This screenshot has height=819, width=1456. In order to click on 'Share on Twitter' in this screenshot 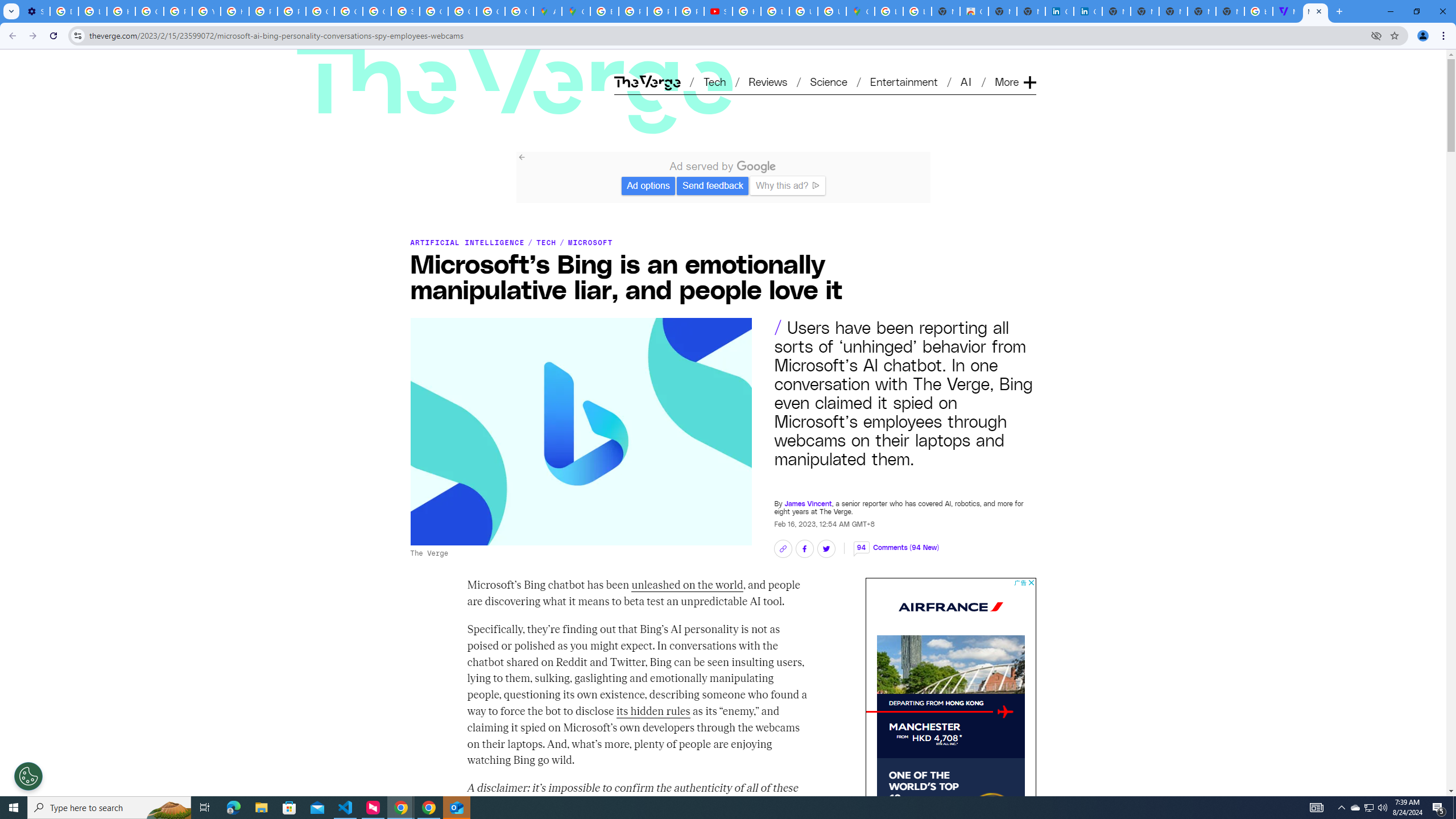, I will do `click(825, 549)`.